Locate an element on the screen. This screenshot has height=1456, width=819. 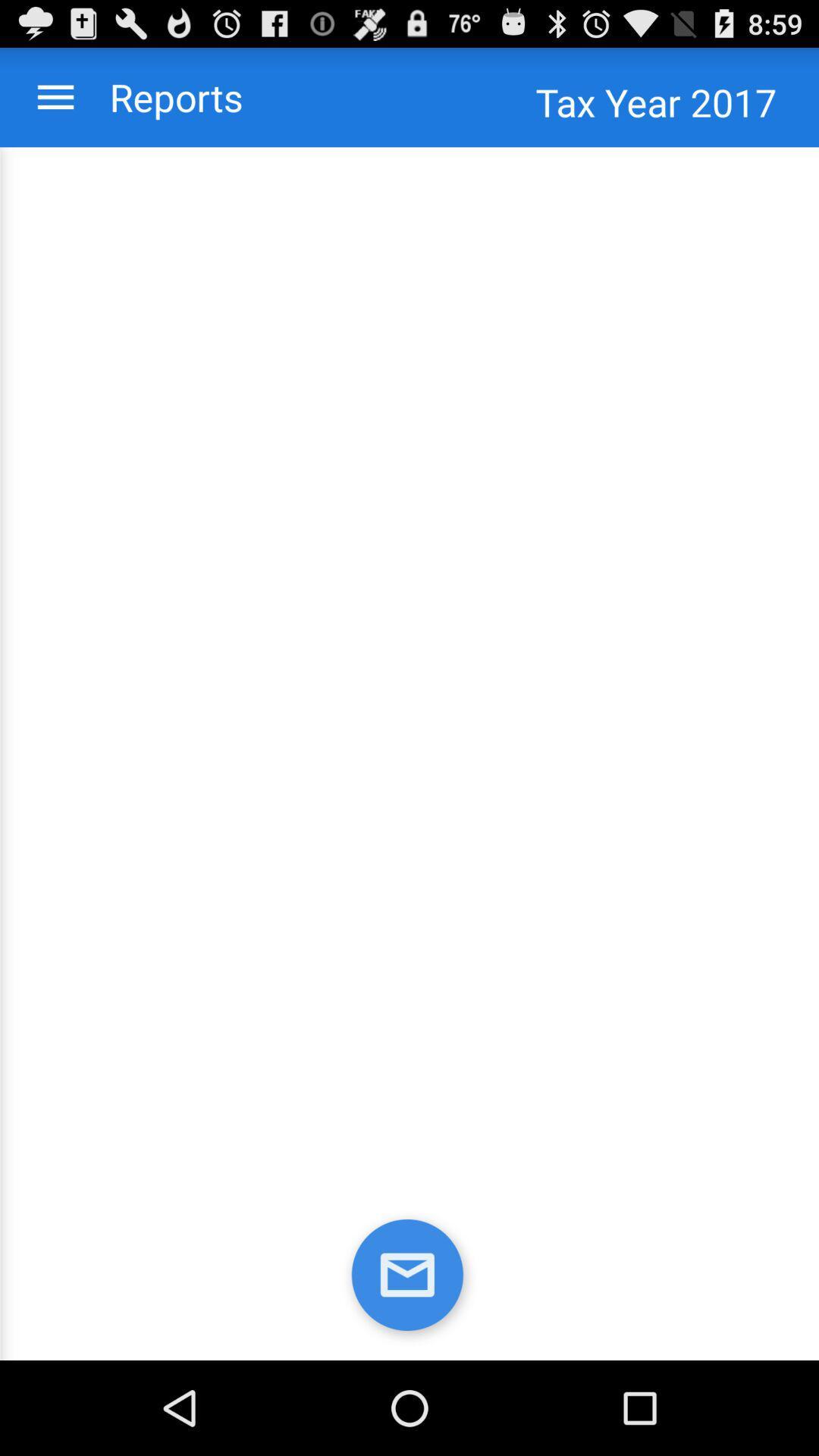
this gives the more options is located at coordinates (55, 96).